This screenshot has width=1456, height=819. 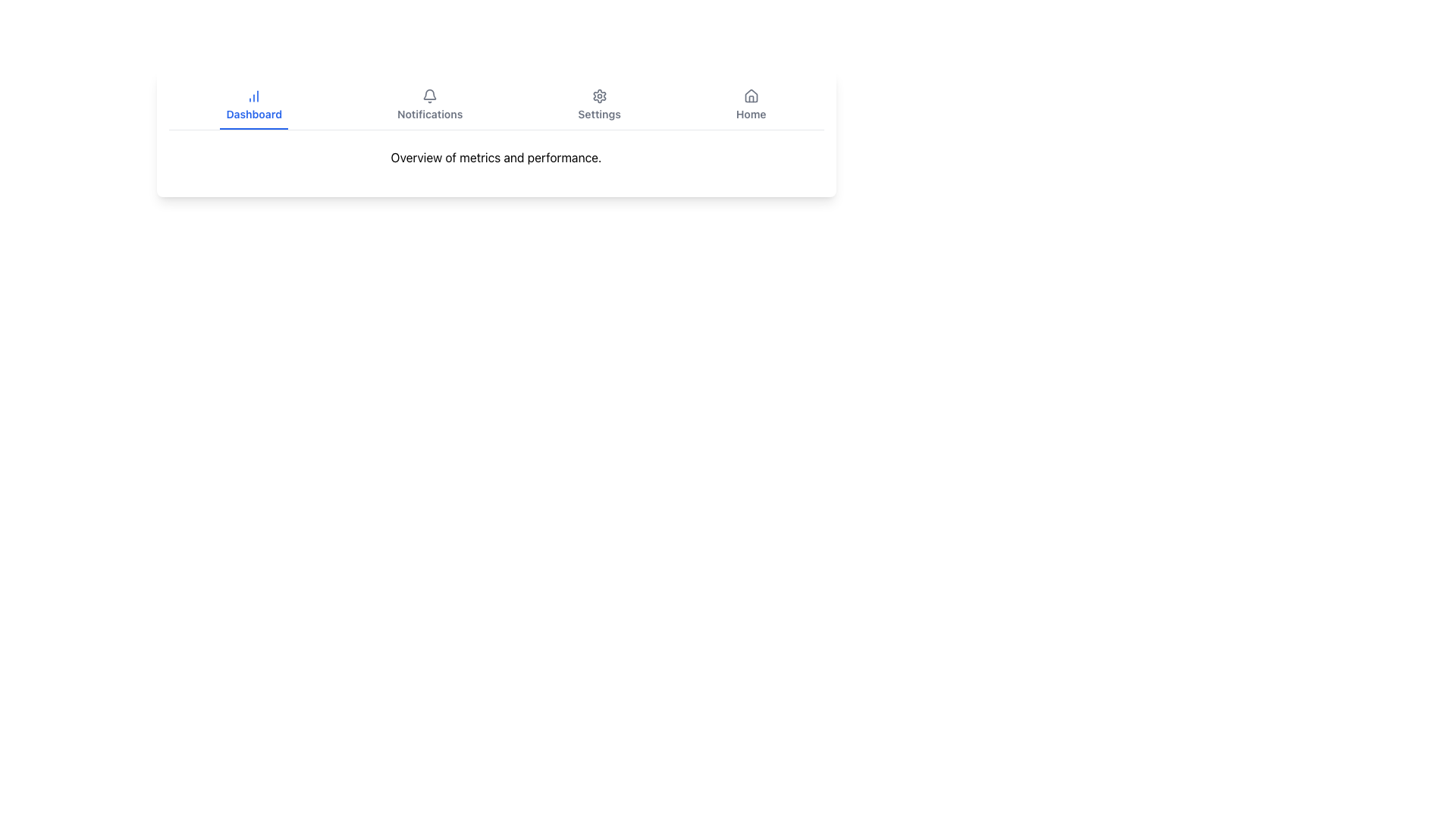 What do you see at coordinates (598, 96) in the screenshot?
I see `the gear icon representing the Settings section in the horizontal navigation bar, located between the Notifications and Home items` at bounding box center [598, 96].